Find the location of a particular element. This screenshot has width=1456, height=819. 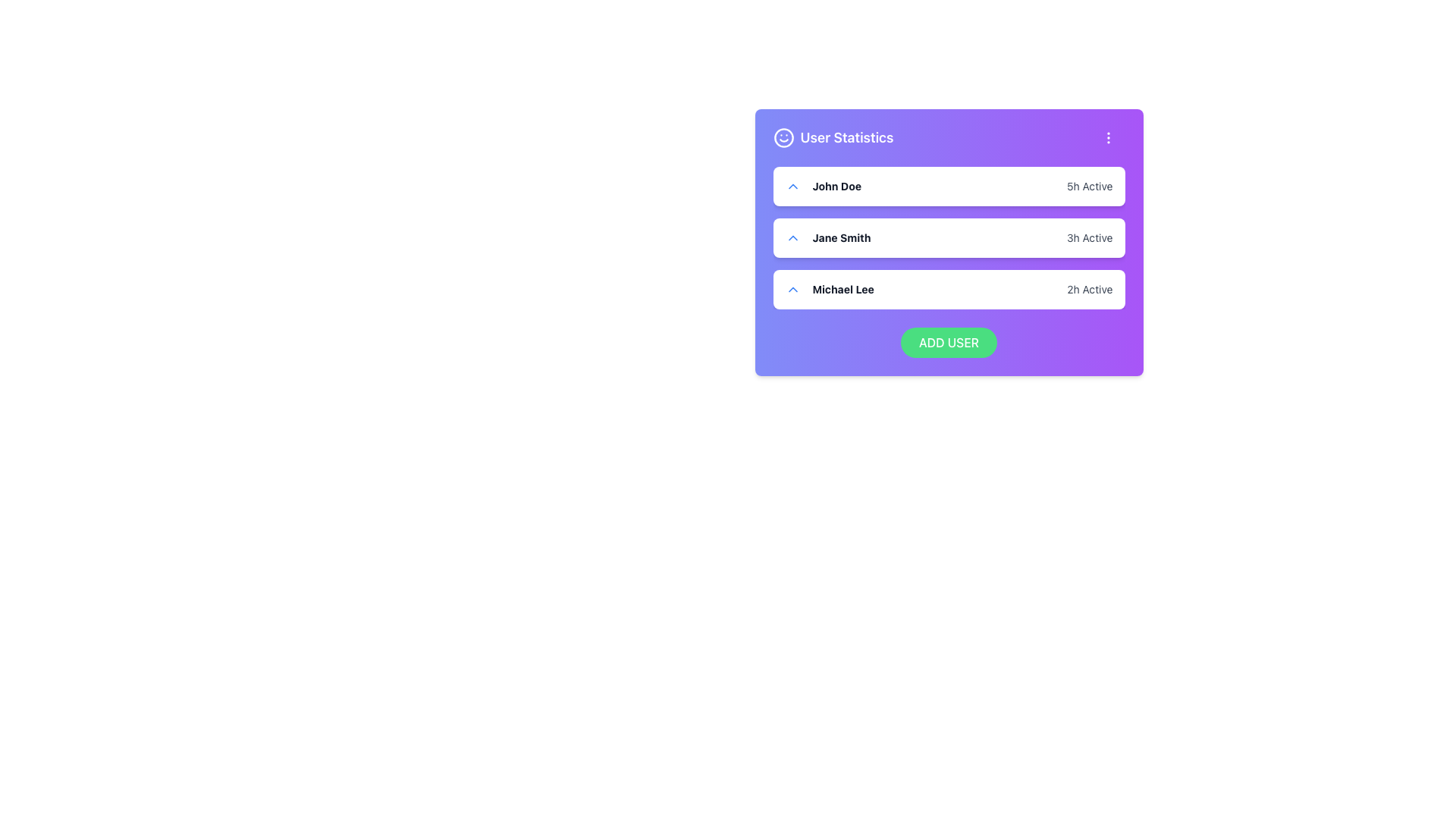

the button located at the bottom center of the 'User Statistics' card is located at coordinates (948, 342).